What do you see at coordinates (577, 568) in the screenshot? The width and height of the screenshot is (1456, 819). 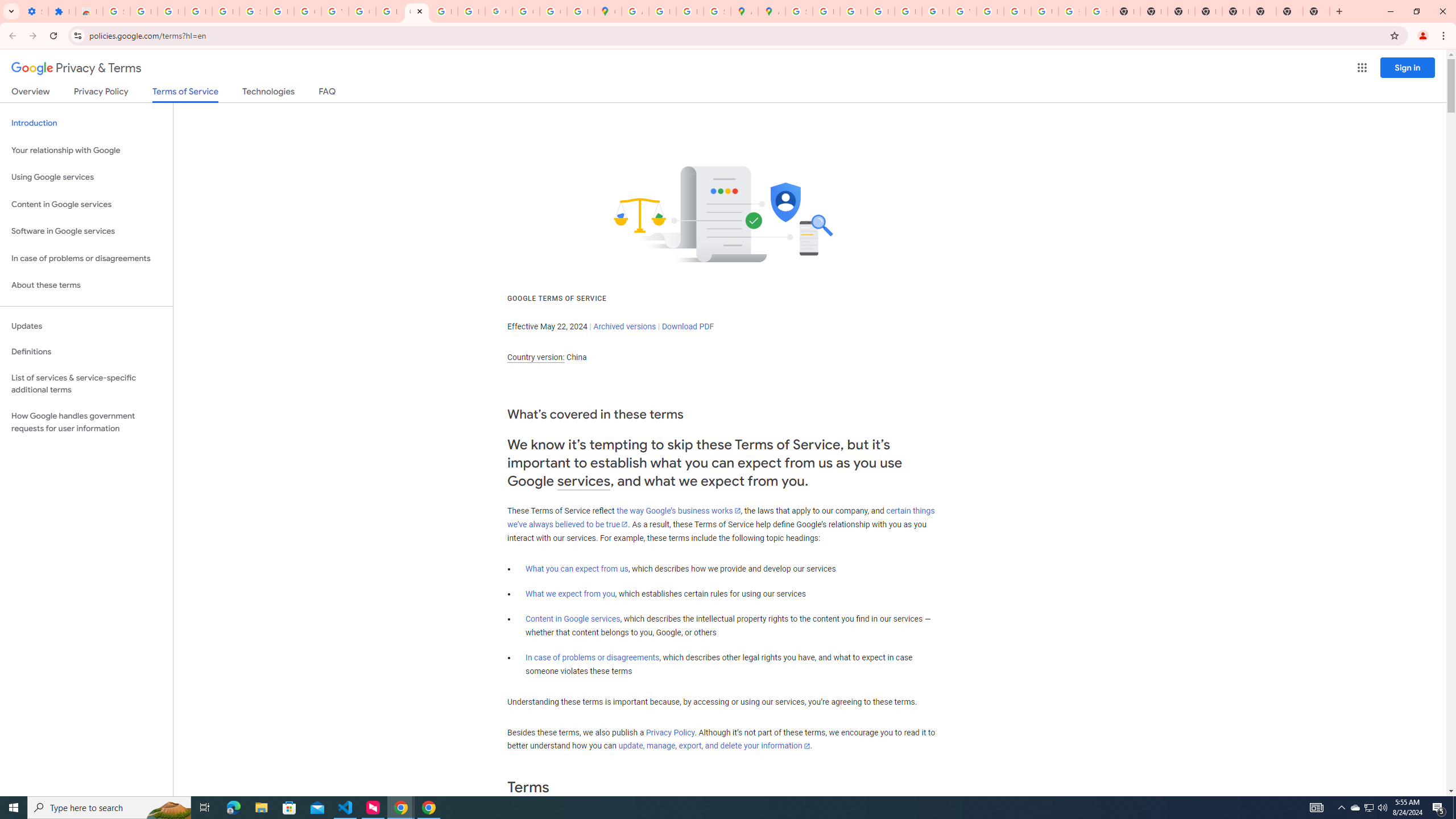 I see `'What you can expect from us'` at bounding box center [577, 568].